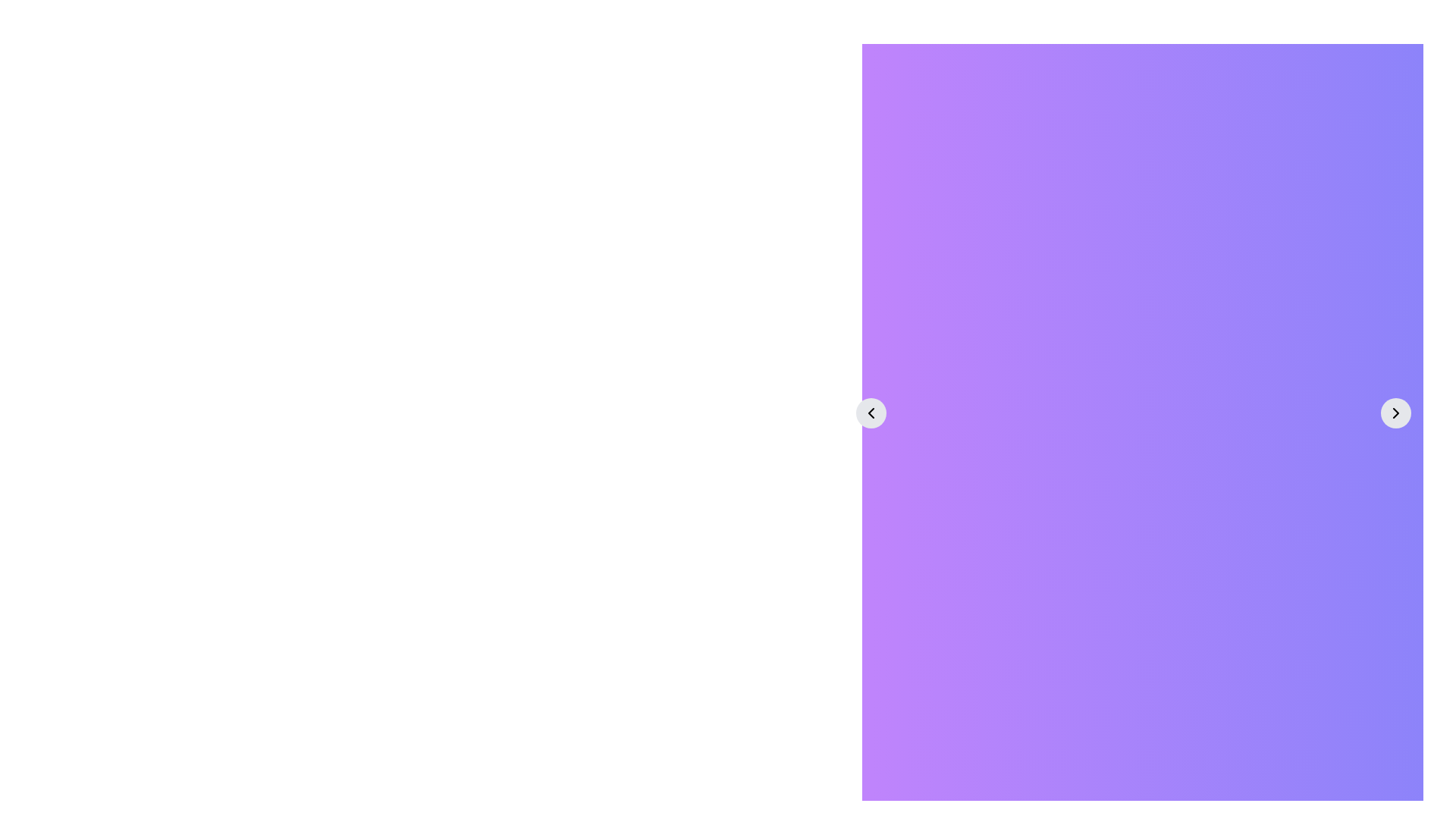  What do you see at coordinates (1395, 413) in the screenshot?
I see `the right-facing chevron icon located within a circular button on the right-hand side` at bounding box center [1395, 413].